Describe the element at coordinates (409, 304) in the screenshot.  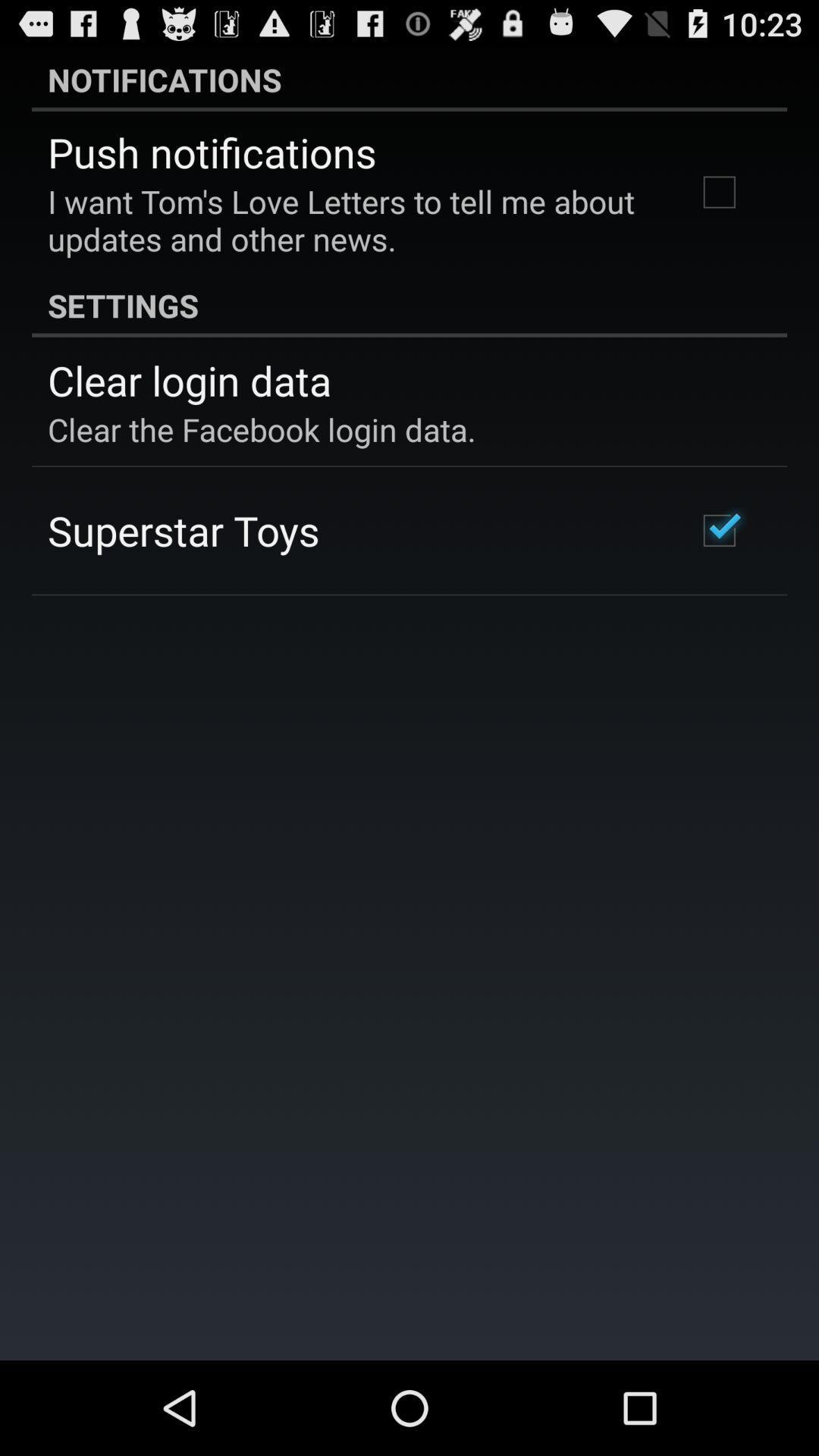
I see `settings item` at that location.